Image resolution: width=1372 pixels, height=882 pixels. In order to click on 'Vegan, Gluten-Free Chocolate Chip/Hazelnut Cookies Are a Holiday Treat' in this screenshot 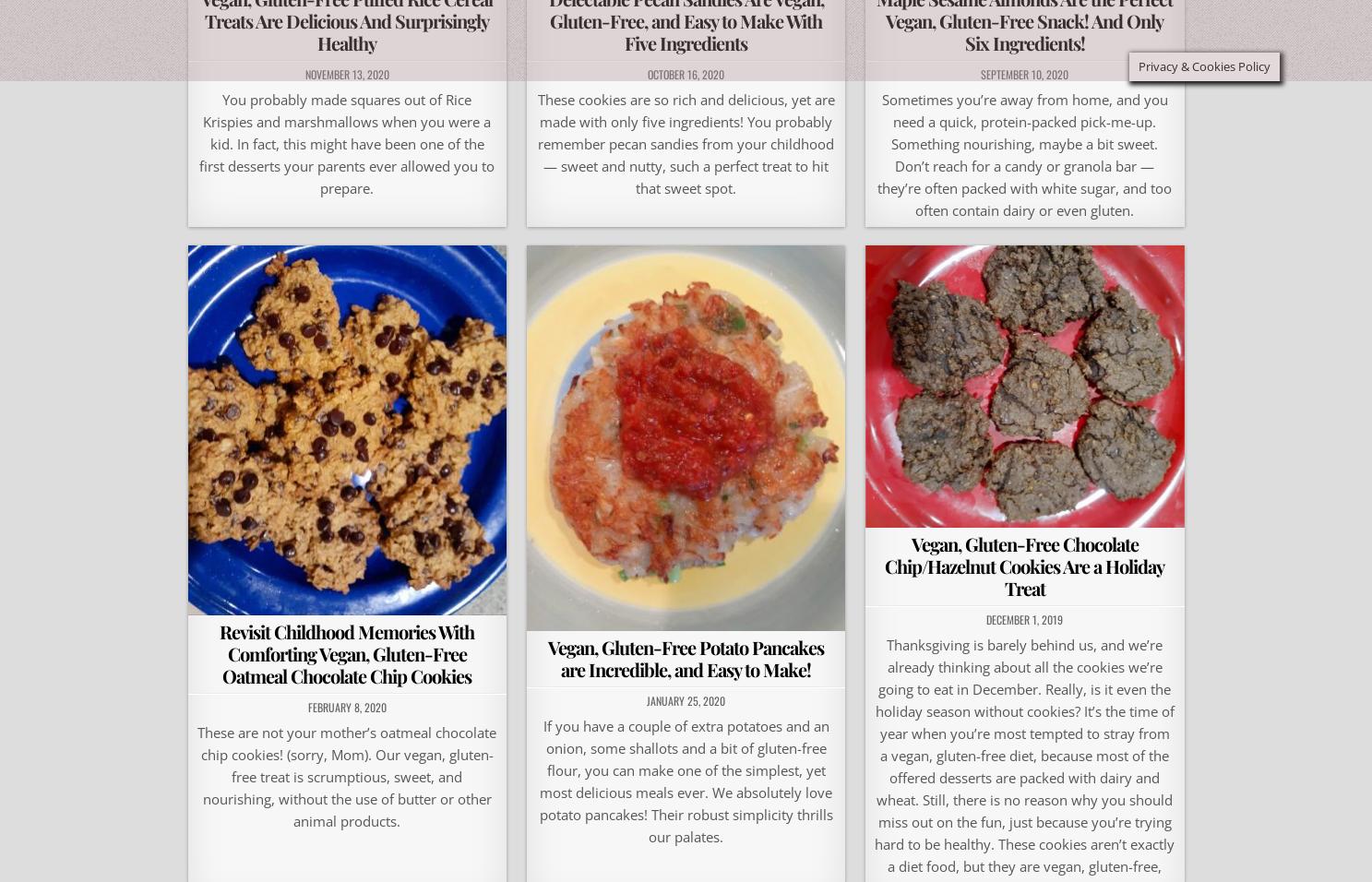, I will do `click(884, 565)`.